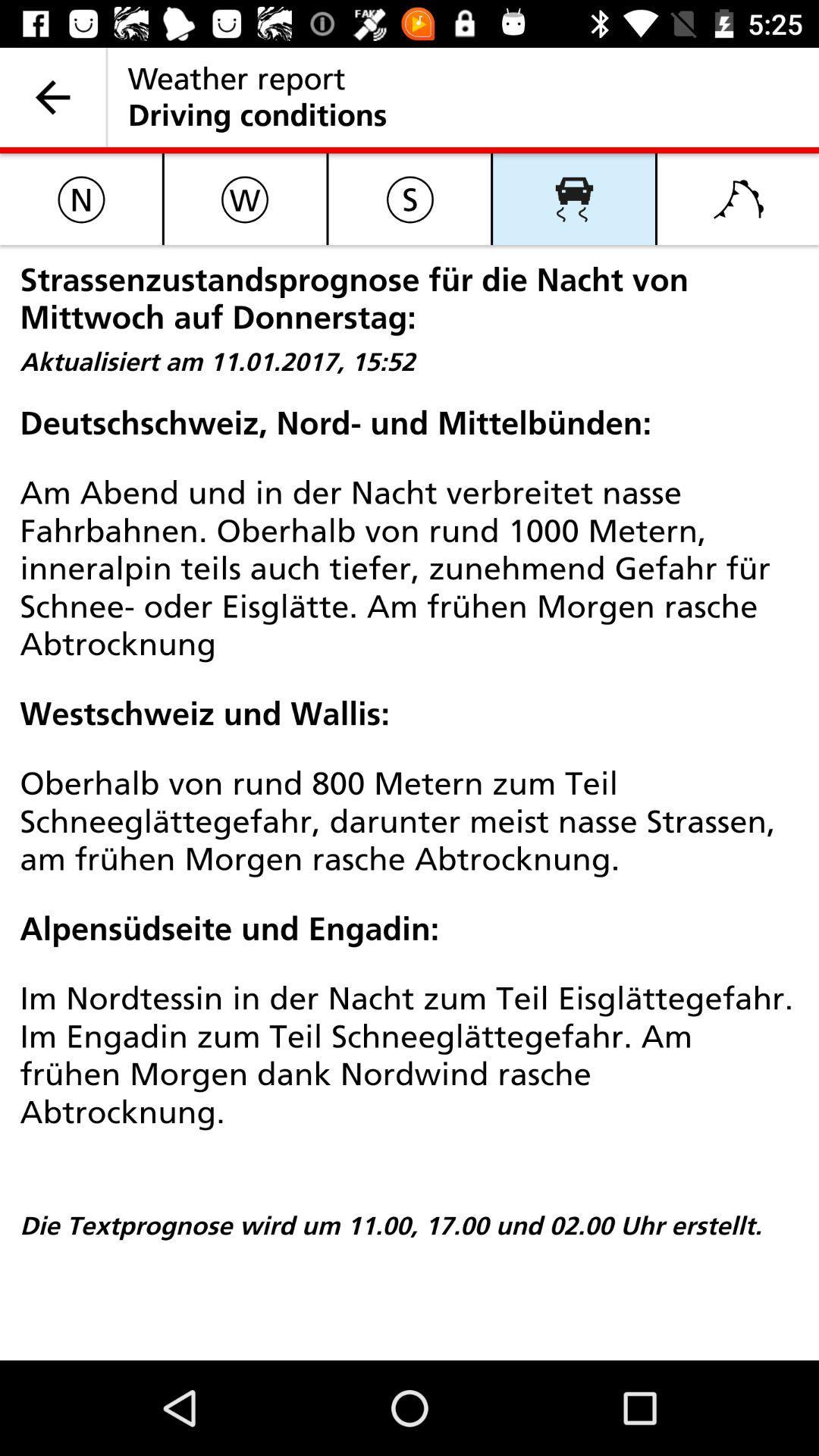 The width and height of the screenshot is (819, 1456). What do you see at coordinates (737, 198) in the screenshot?
I see `the font icon` at bounding box center [737, 198].